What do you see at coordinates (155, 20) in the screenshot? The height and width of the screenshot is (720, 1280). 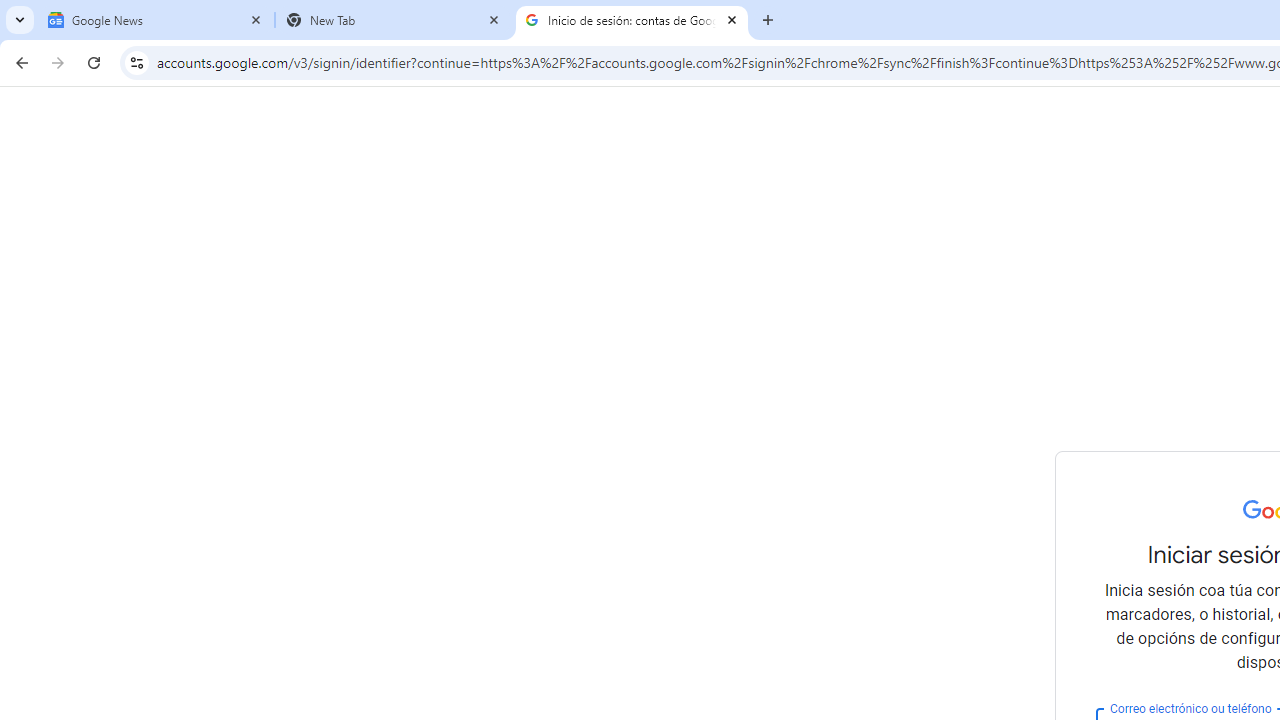 I see `'Google News'` at bounding box center [155, 20].